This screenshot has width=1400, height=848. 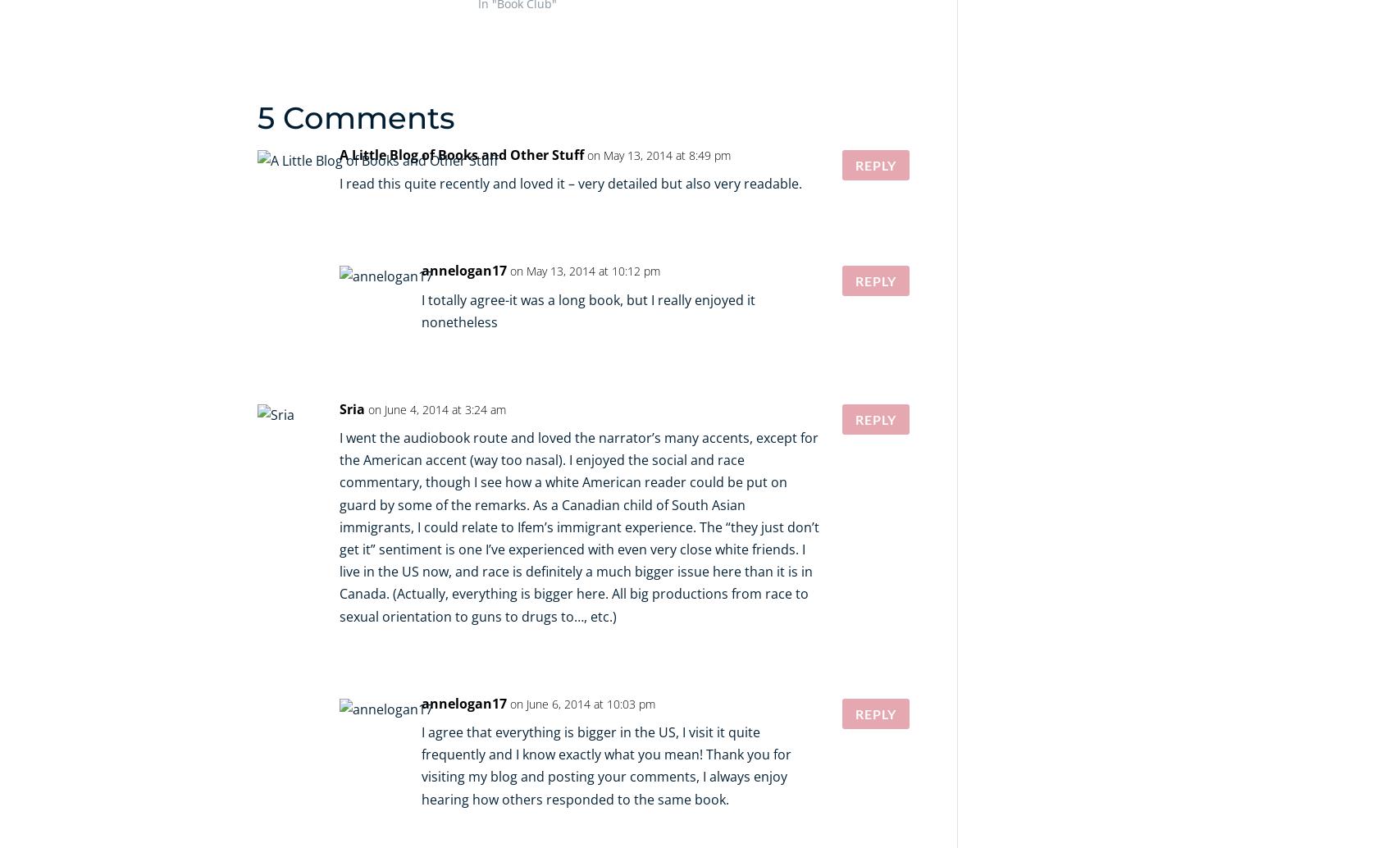 I want to click on 'I went the audiobook route and loved the narrator’s many accents, except for the American accent (way too nasal). I enjoyed the social and race commentary, though I see how a white American reader could be put on guard by some of the remarks. As a Canadian child of South Asian immigrants, I could relate to Ifem’s immigrant experience. The “they just don’t get it” sentiment is one I’ve experienced with even very close white friends. I live in the US now, and race is definitely a much bigger issue here than it is in Canada. (Actually, everything is bigger here. All big productions from race to sexual orientation to guns to drugs to…, etc.)', so click(x=578, y=527).